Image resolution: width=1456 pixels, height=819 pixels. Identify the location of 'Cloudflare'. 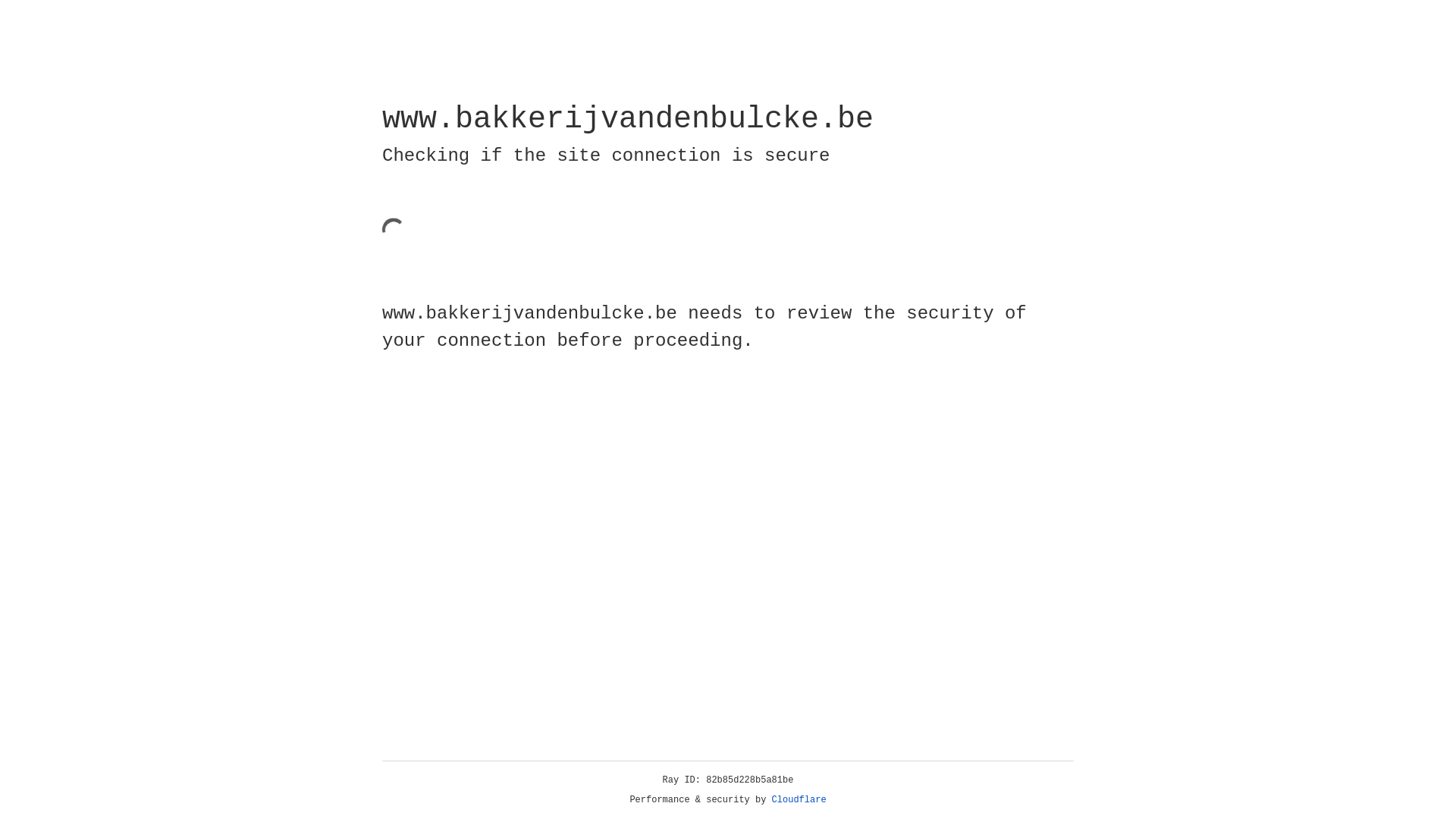
(799, 799).